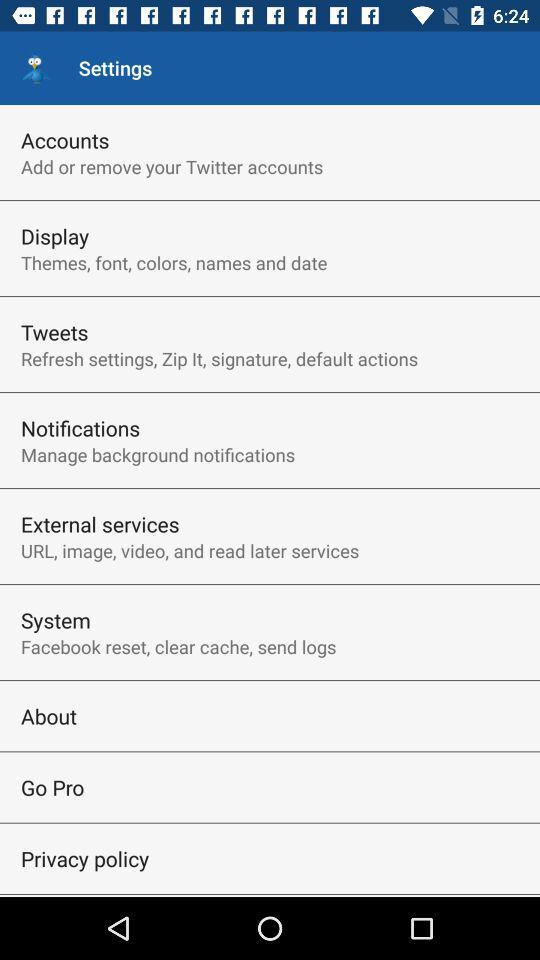 The height and width of the screenshot is (960, 540). What do you see at coordinates (190, 550) in the screenshot?
I see `url image video` at bounding box center [190, 550].